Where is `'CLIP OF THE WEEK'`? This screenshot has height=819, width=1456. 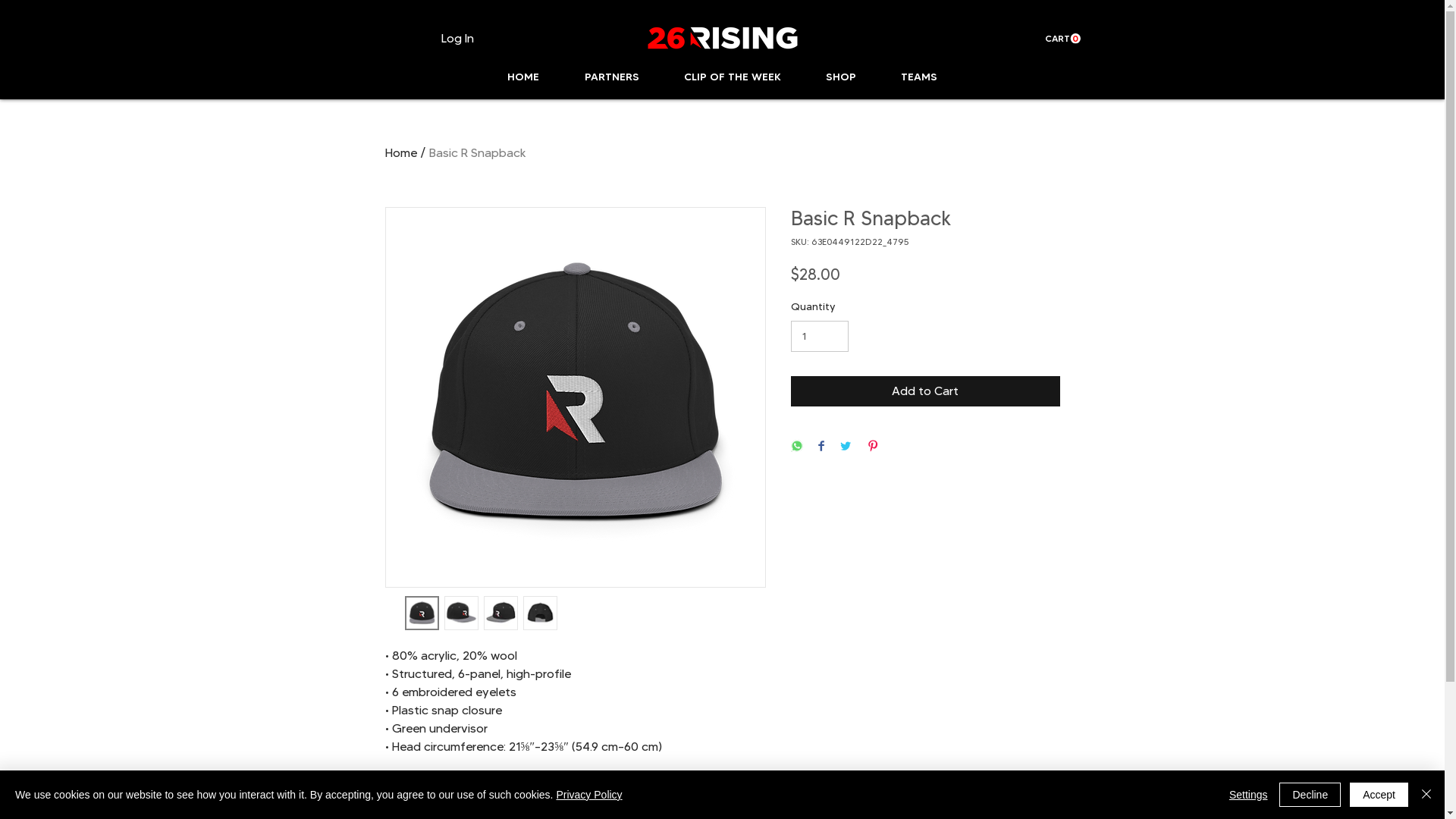
'CLIP OF THE WEEK' is located at coordinates (732, 77).